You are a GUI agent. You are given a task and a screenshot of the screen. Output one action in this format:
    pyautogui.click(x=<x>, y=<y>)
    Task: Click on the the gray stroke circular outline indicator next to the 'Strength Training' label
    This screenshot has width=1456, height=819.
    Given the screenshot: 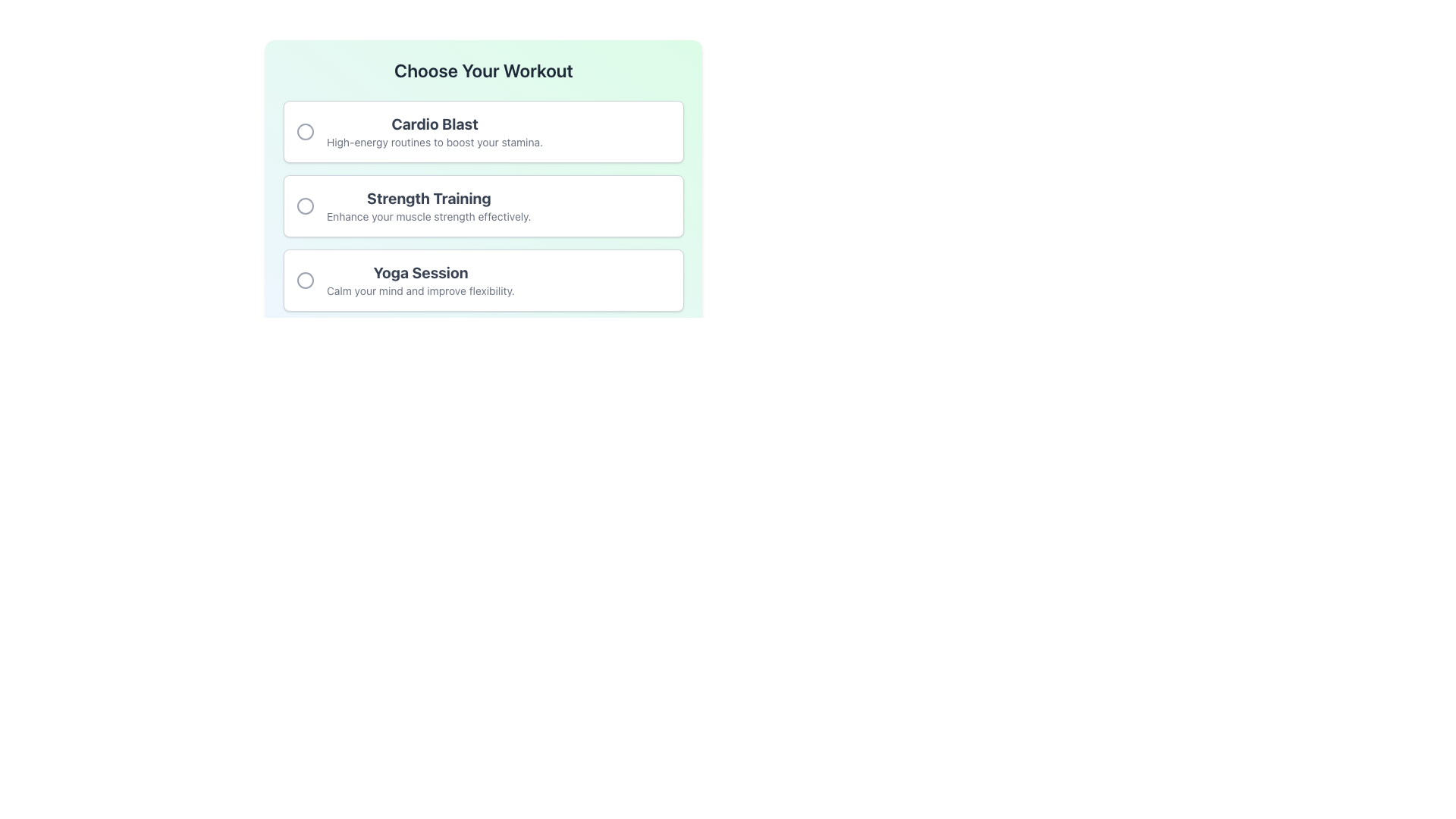 What is the action you would take?
    pyautogui.click(x=305, y=206)
    